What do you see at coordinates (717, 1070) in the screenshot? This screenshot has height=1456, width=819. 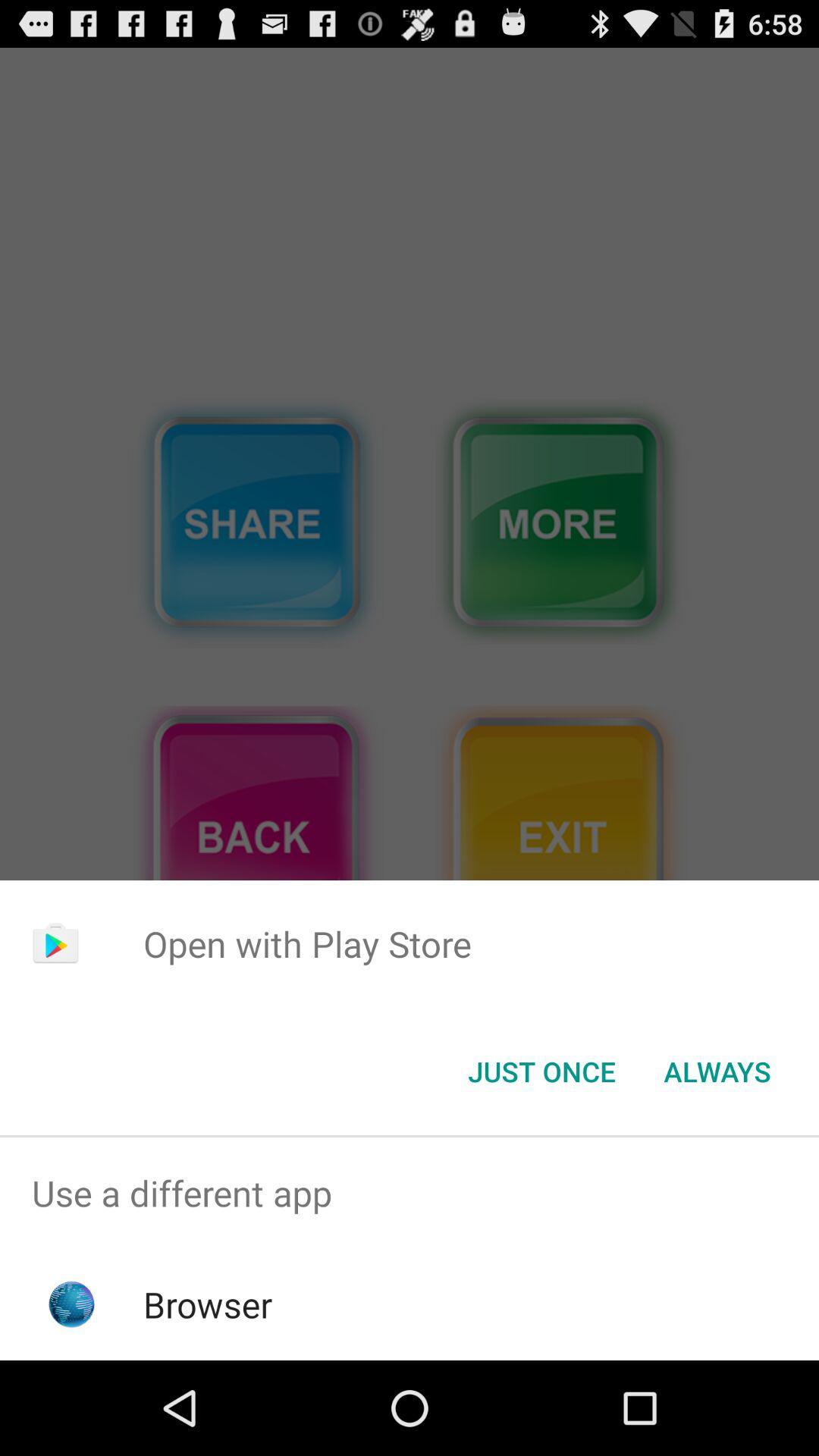 I see `the icon next to the just once icon` at bounding box center [717, 1070].